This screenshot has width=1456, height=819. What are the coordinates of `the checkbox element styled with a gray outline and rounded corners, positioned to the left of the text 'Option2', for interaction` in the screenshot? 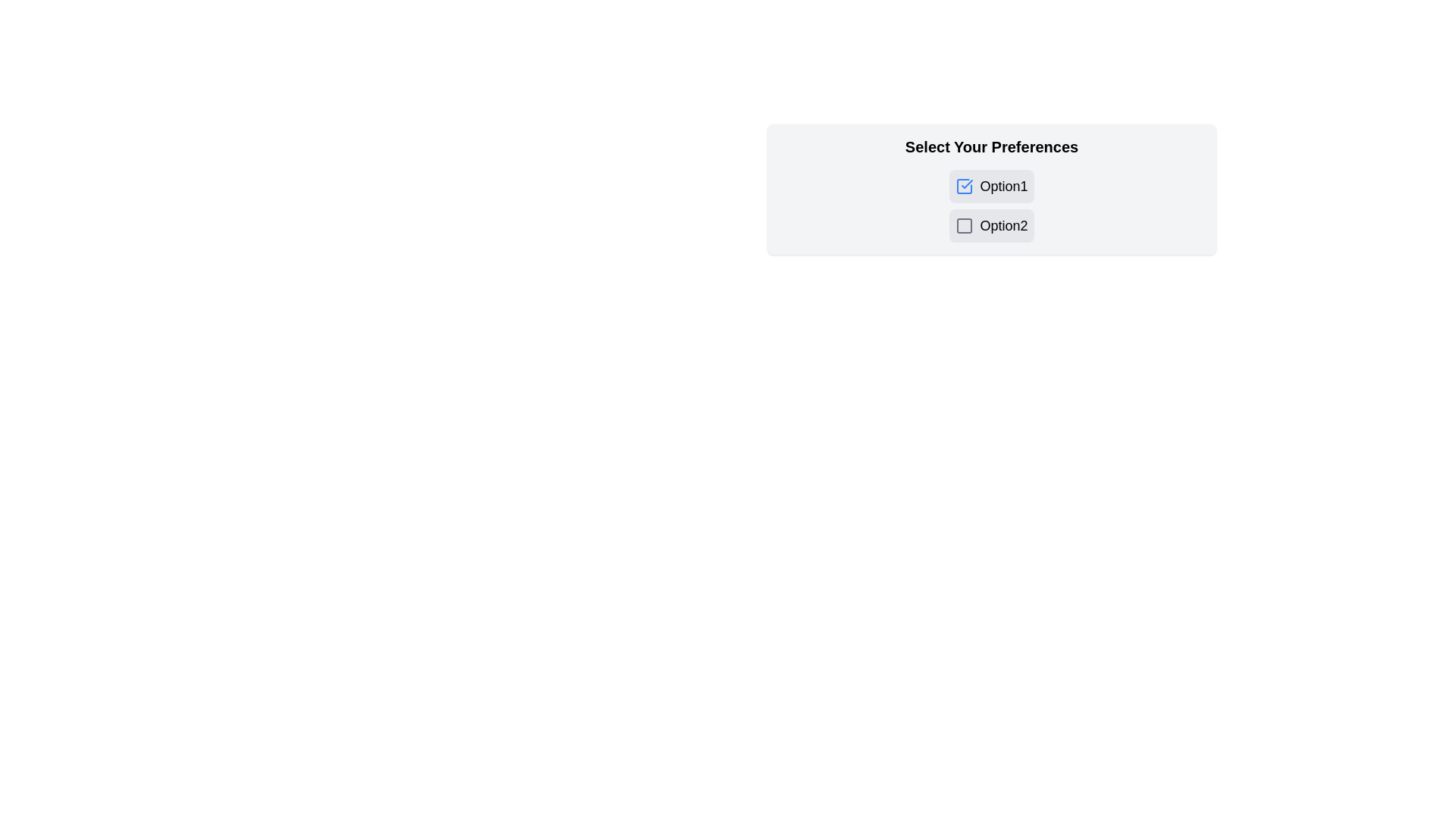 It's located at (964, 225).